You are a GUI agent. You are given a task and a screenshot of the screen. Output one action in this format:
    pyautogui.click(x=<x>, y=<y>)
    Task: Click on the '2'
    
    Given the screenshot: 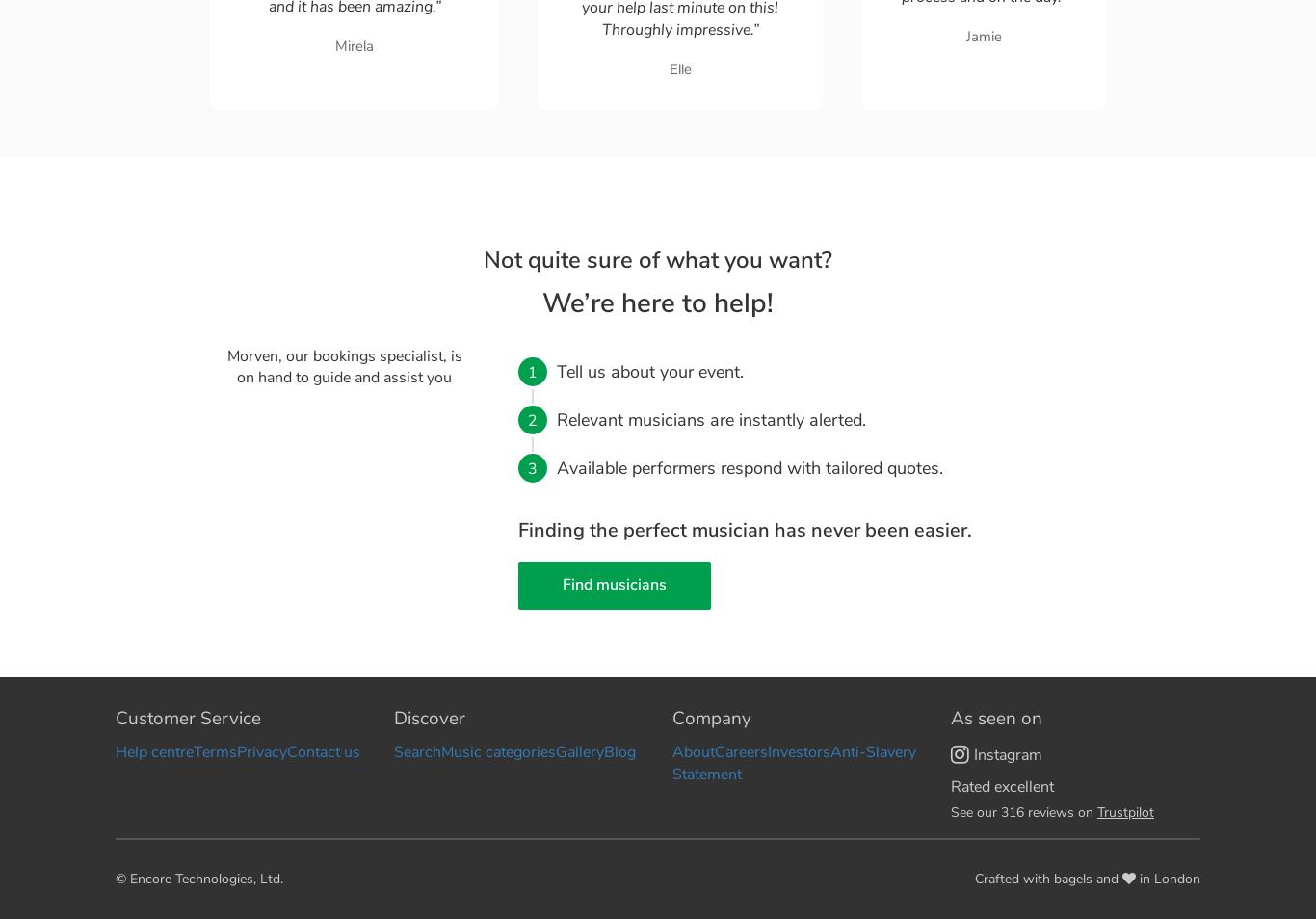 What is the action you would take?
    pyautogui.click(x=532, y=419)
    